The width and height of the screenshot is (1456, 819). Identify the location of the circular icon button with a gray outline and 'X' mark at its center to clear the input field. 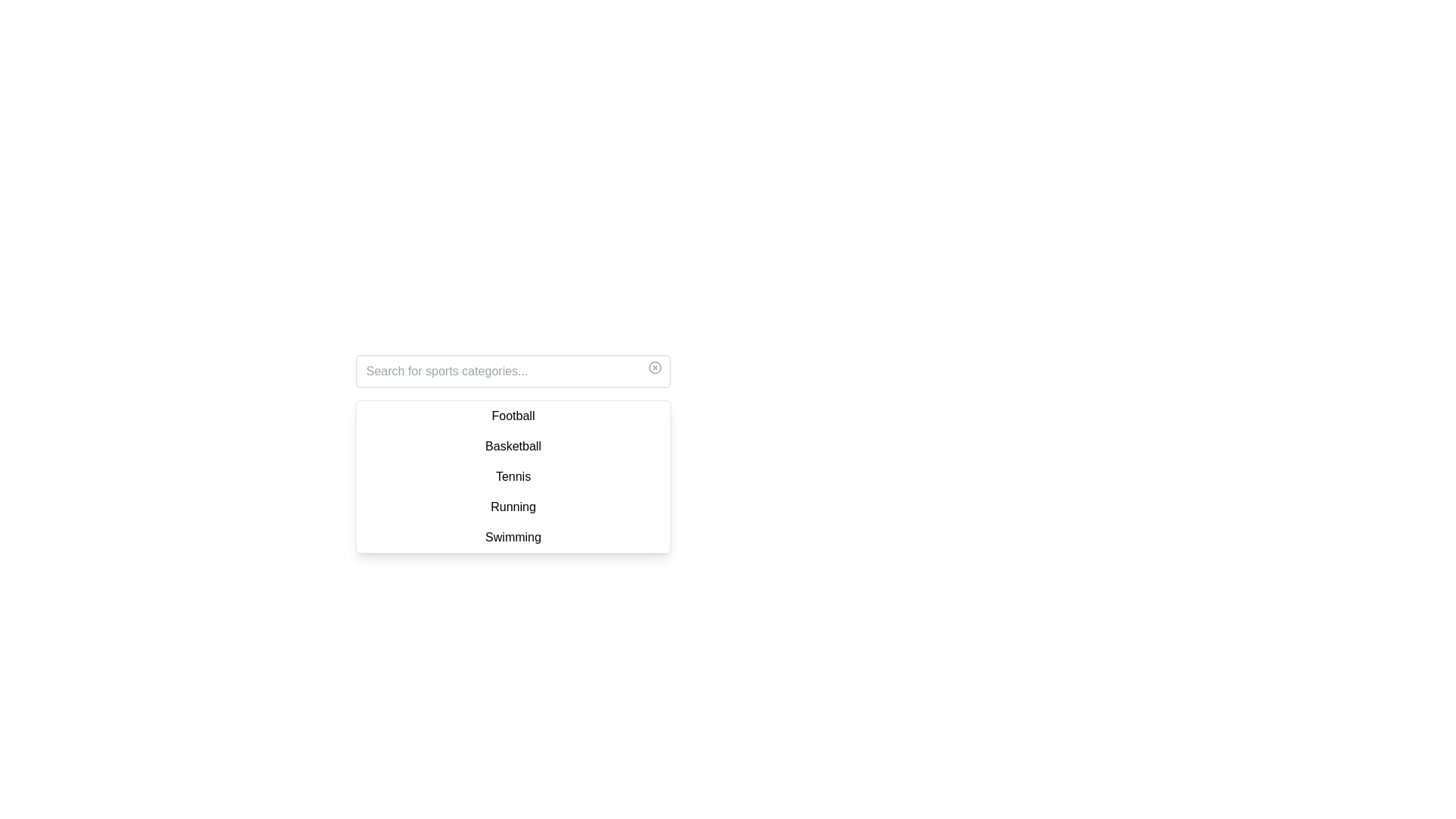
(655, 368).